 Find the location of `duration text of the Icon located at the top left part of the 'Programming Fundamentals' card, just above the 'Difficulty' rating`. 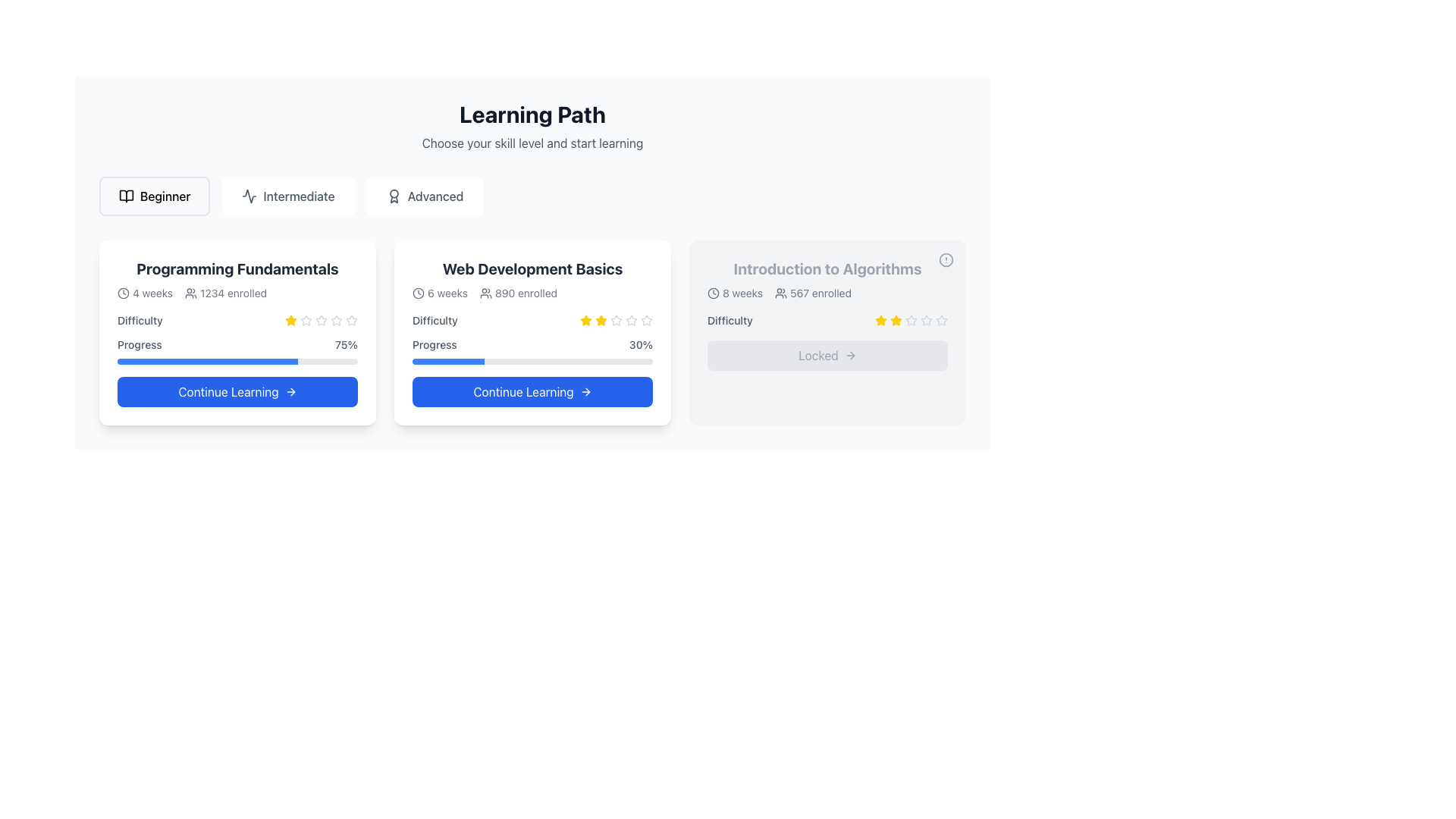

duration text of the Icon located at the top left part of the 'Programming Fundamentals' card, just above the 'Difficulty' rating is located at coordinates (145, 293).